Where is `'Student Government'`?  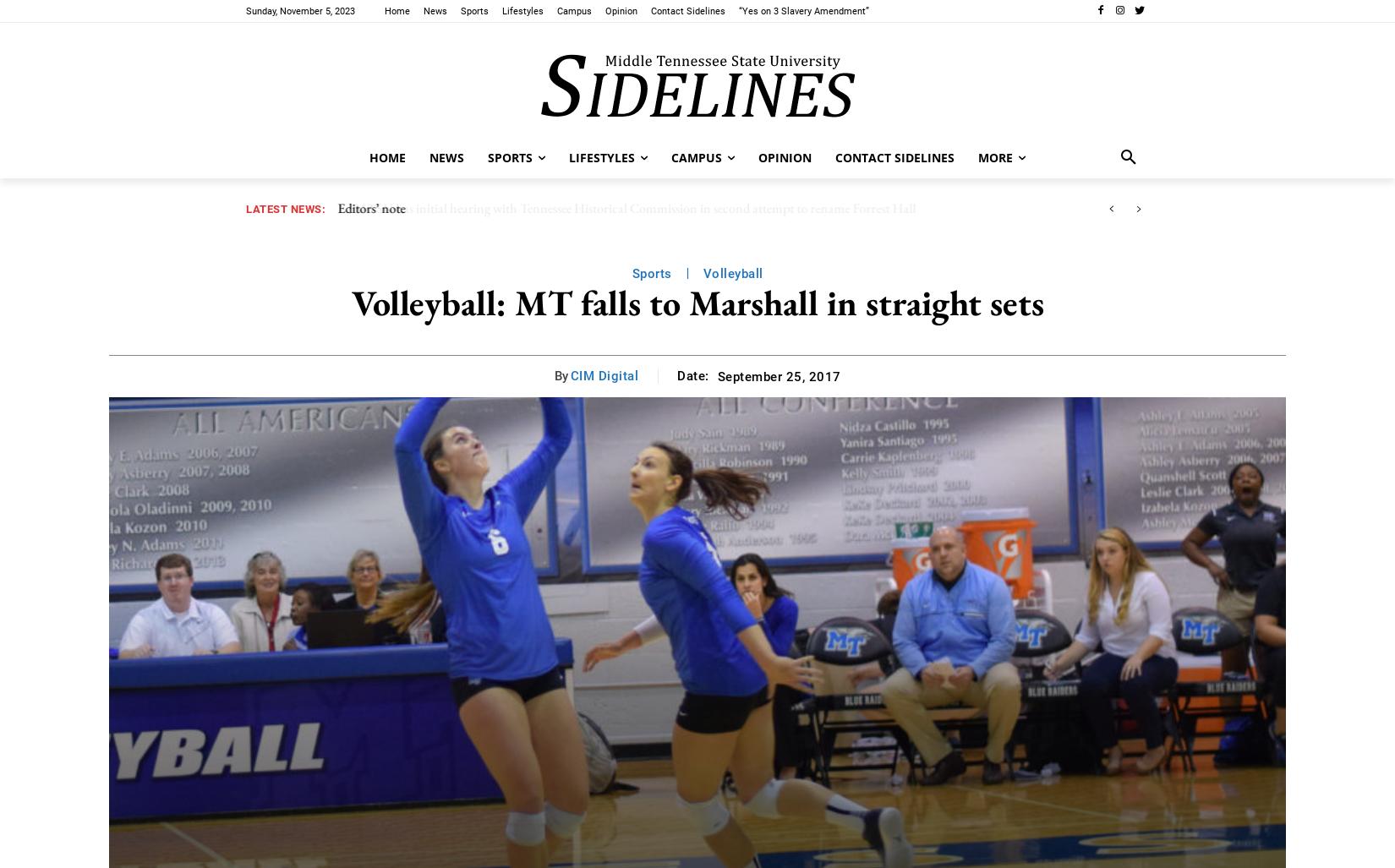 'Student Government' is located at coordinates (612, 33).